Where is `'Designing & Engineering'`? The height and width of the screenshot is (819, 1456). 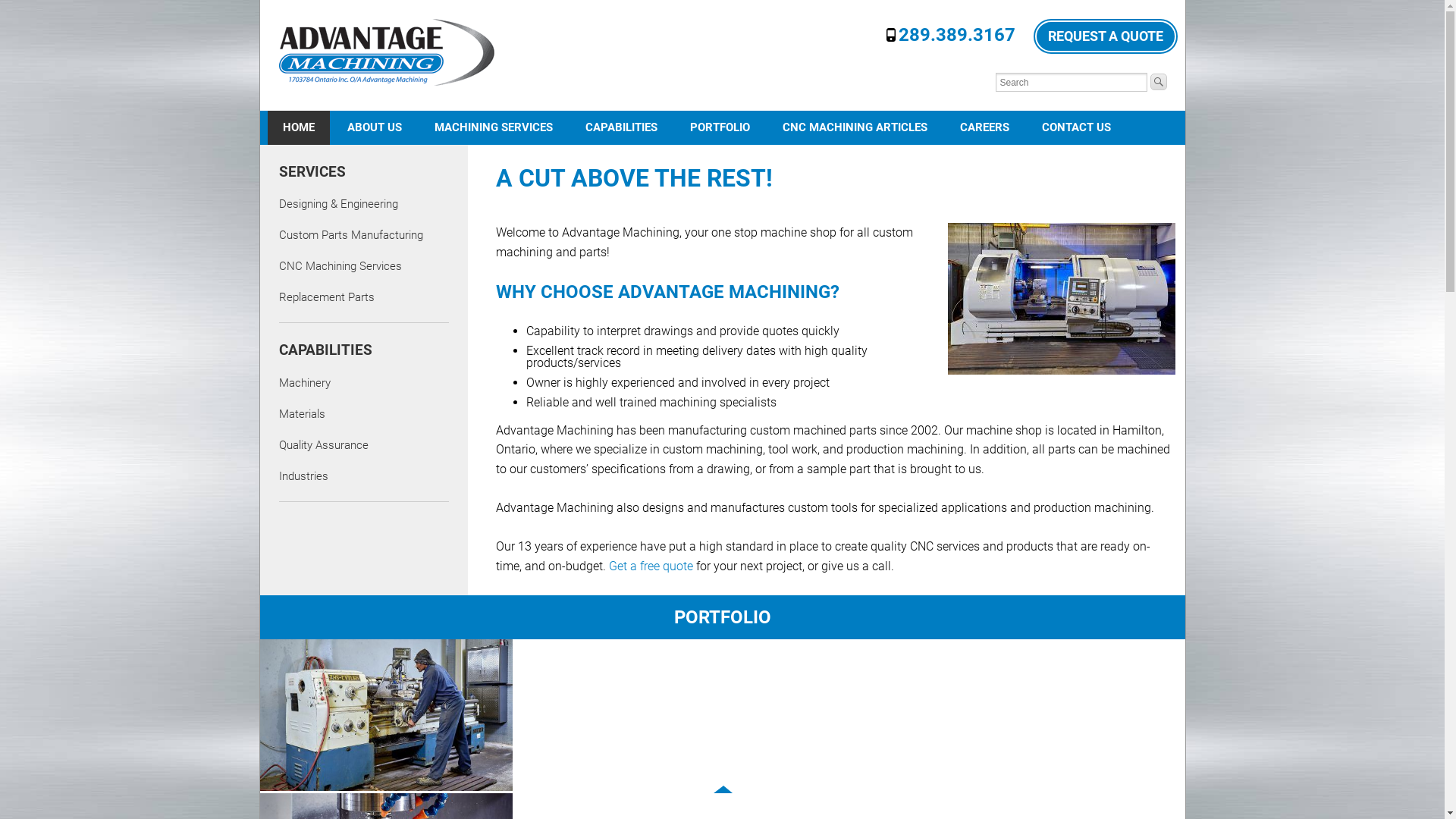
'Designing & Engineering' is located at coordinates (337, 203).